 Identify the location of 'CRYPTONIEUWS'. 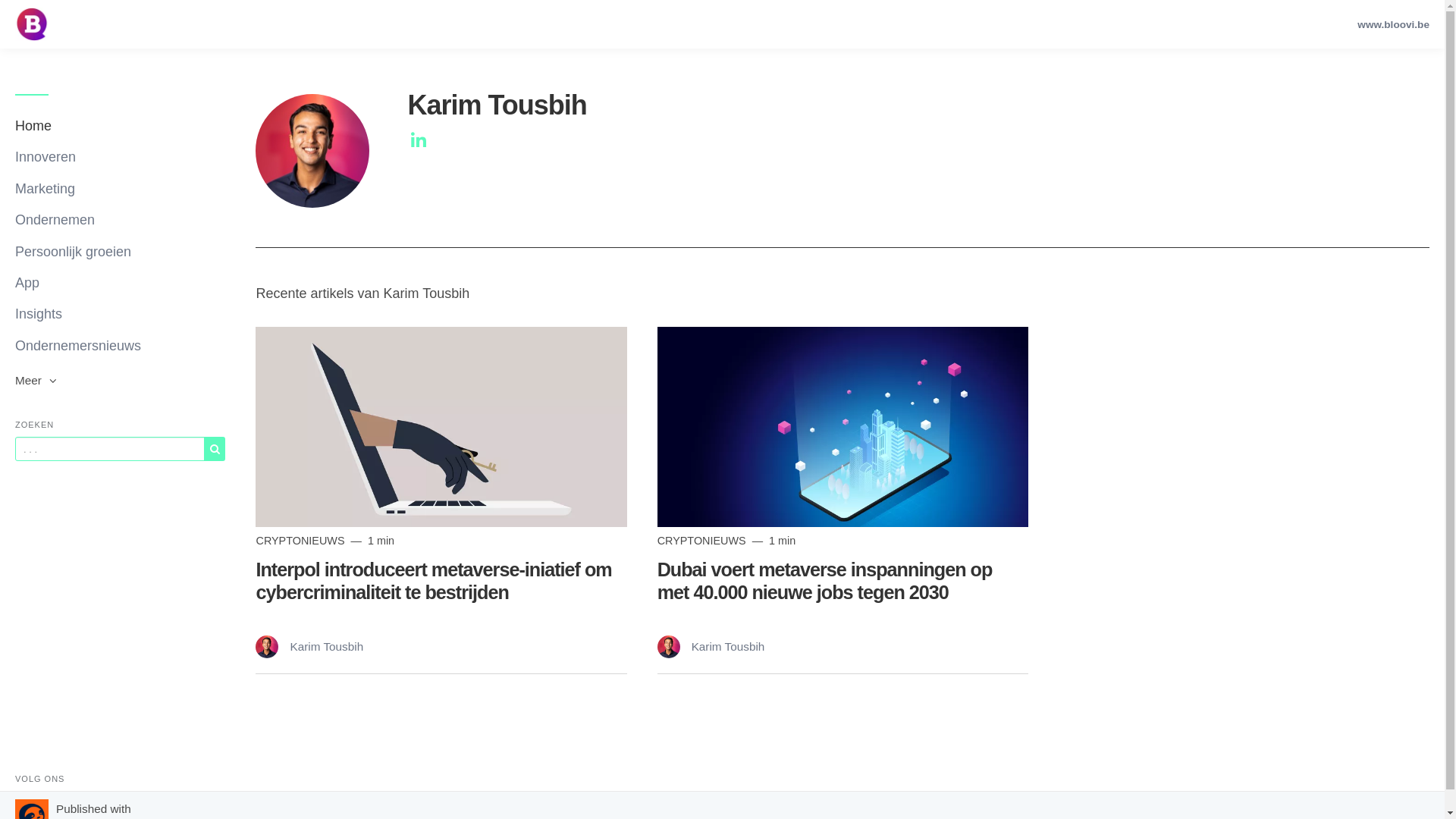
(301, 540).